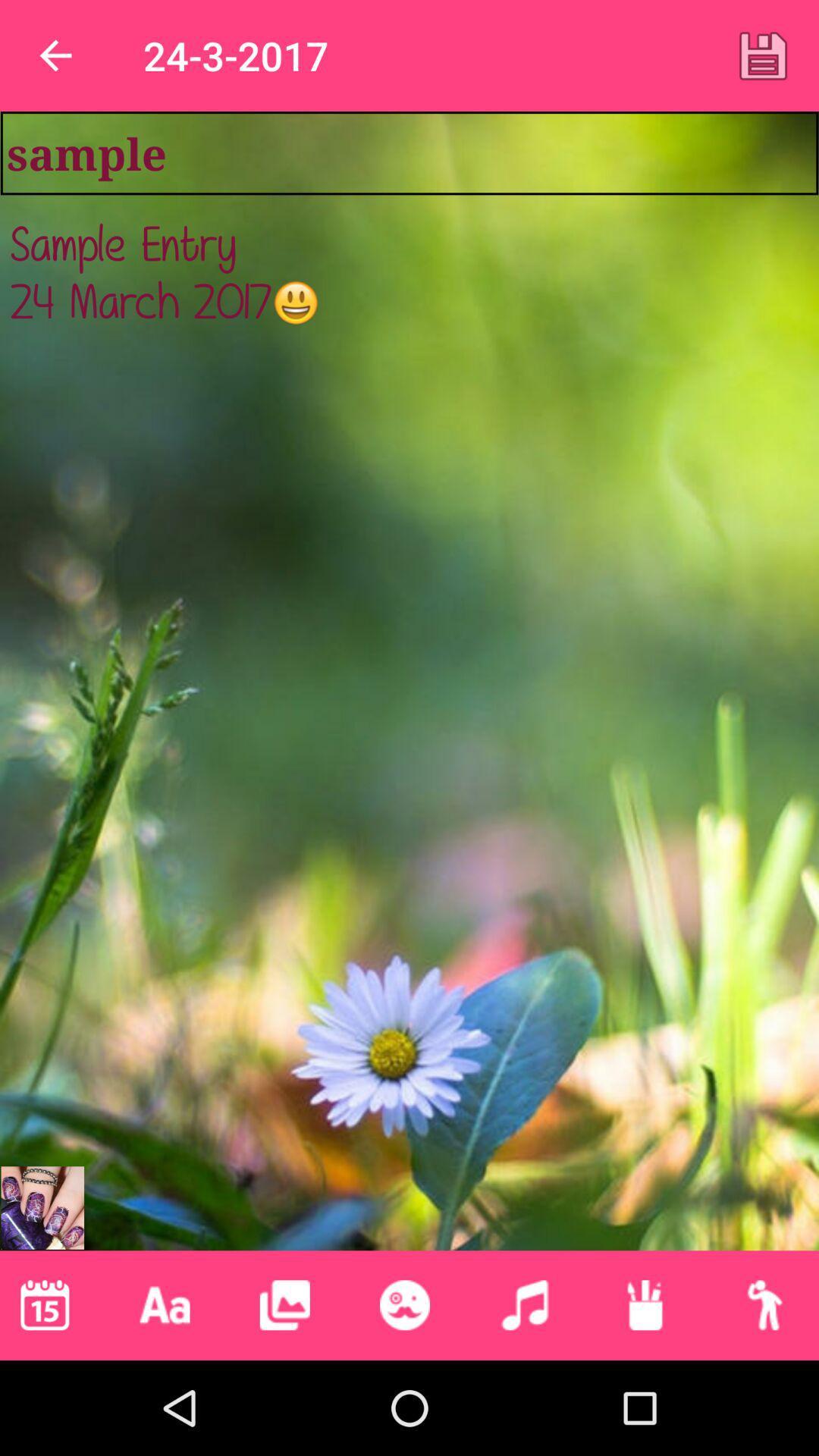  I want to click on tap icon for paint, so click(645, 1304).